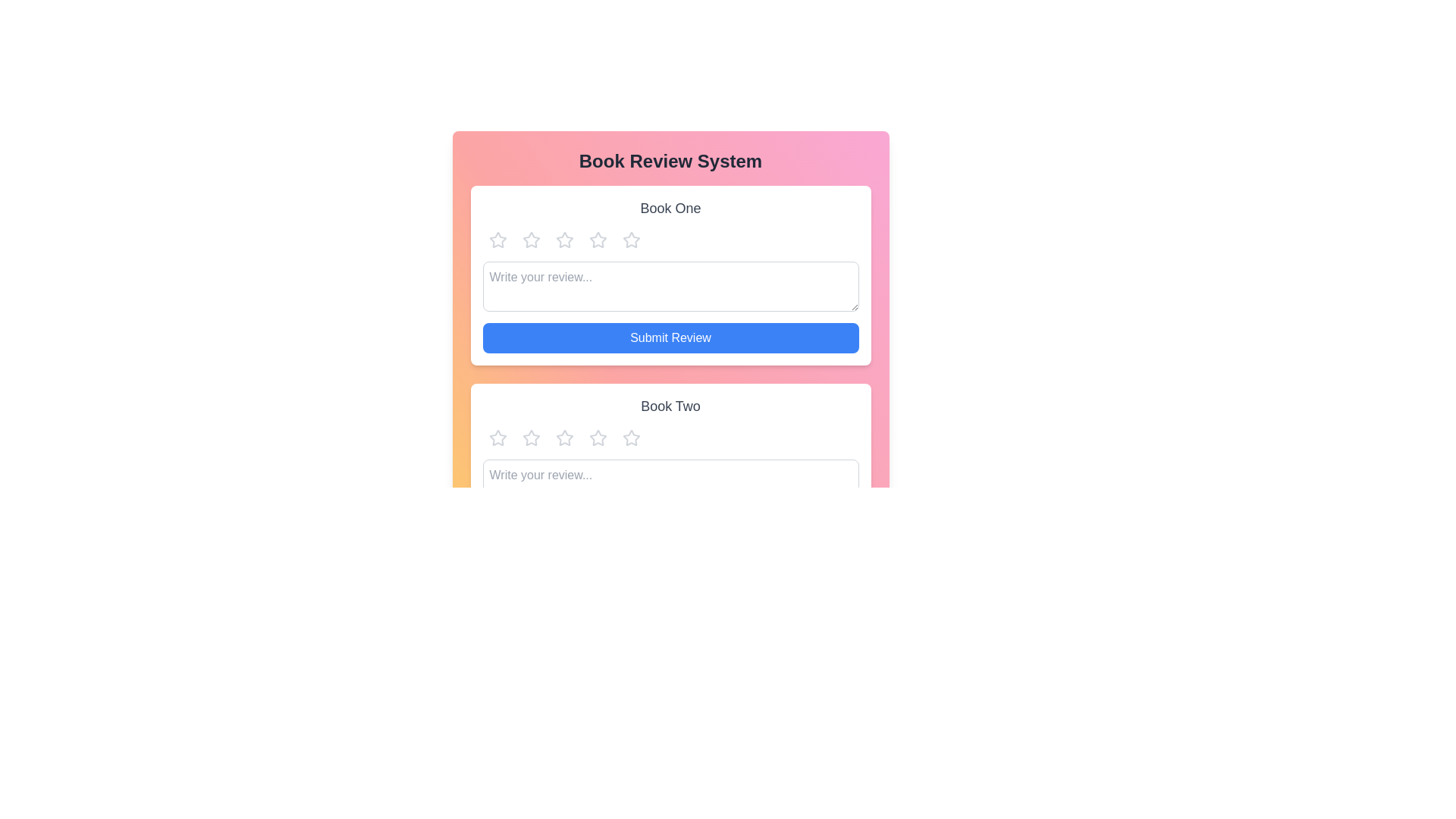  Describe the element at coordinates (563, 239) in the screenshot. I see `the star corresponding to the desired rating 3 for the first book` at that location.